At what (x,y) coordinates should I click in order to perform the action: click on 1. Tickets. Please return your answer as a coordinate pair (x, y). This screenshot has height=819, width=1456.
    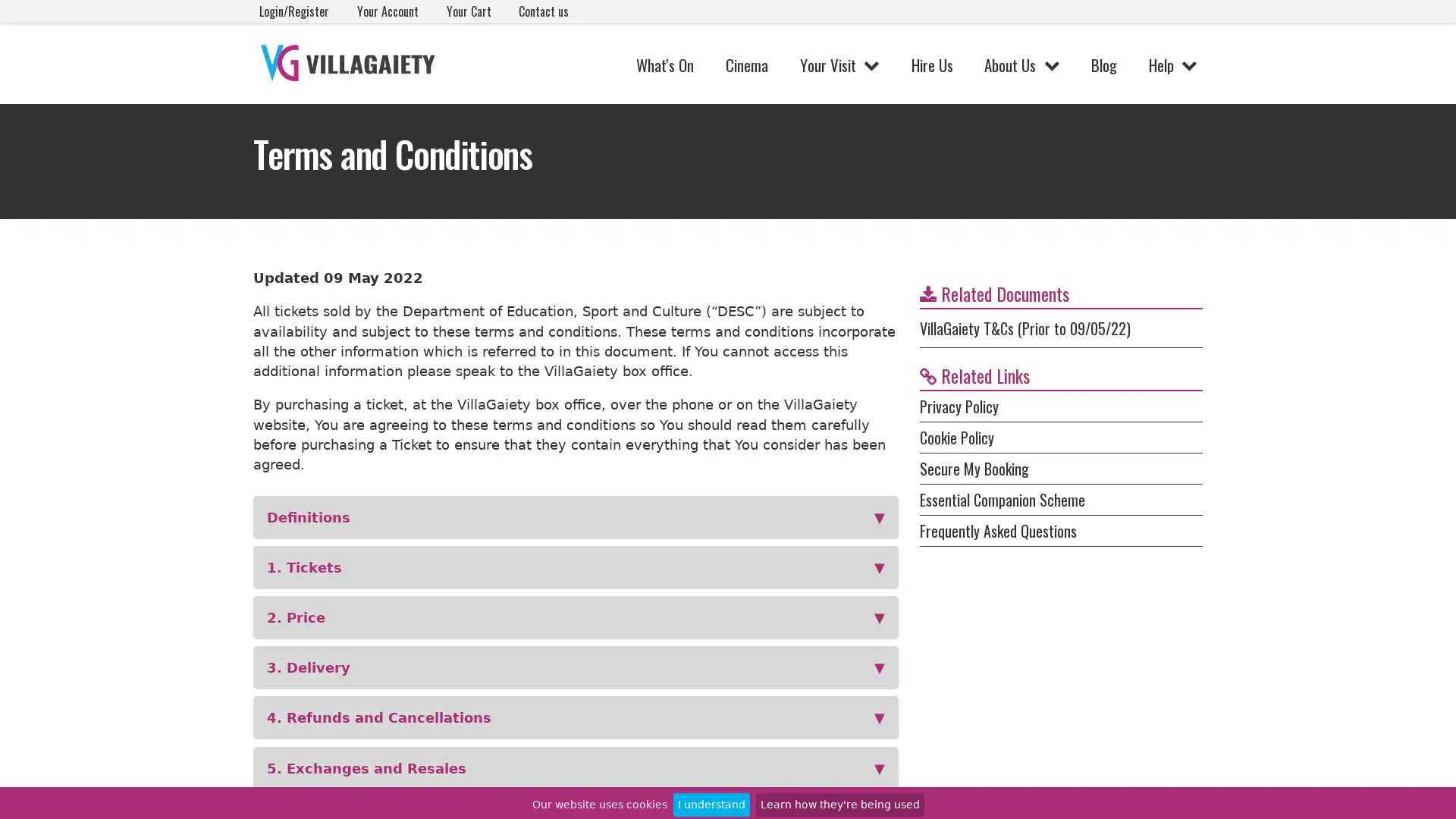
    Looking at the image, I should click on (575, 567).